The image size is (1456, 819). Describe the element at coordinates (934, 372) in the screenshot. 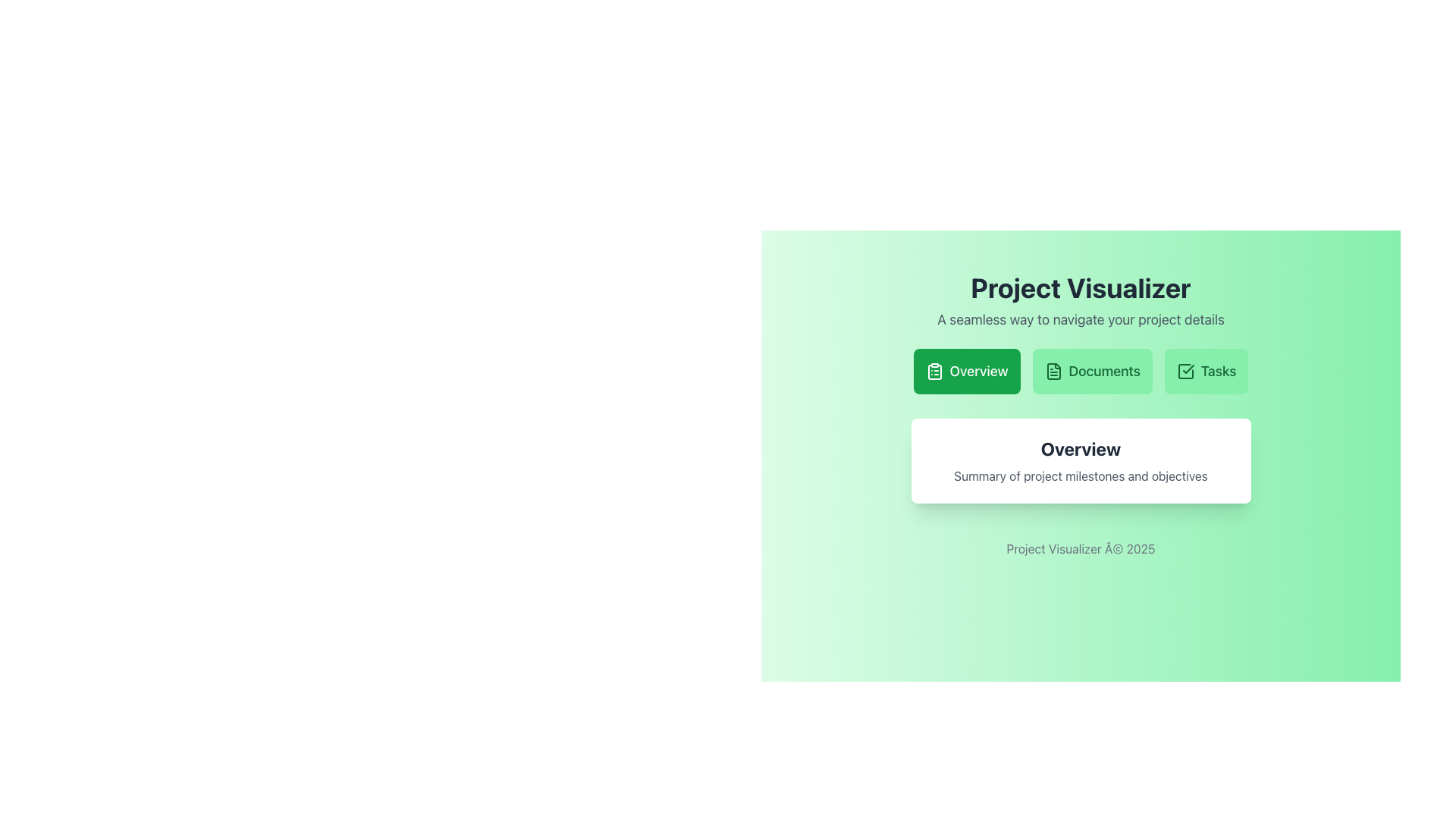

I see `the medium-sized clipboard icon within the 'Overview' button located at the top middle of the application's interface` at that location.